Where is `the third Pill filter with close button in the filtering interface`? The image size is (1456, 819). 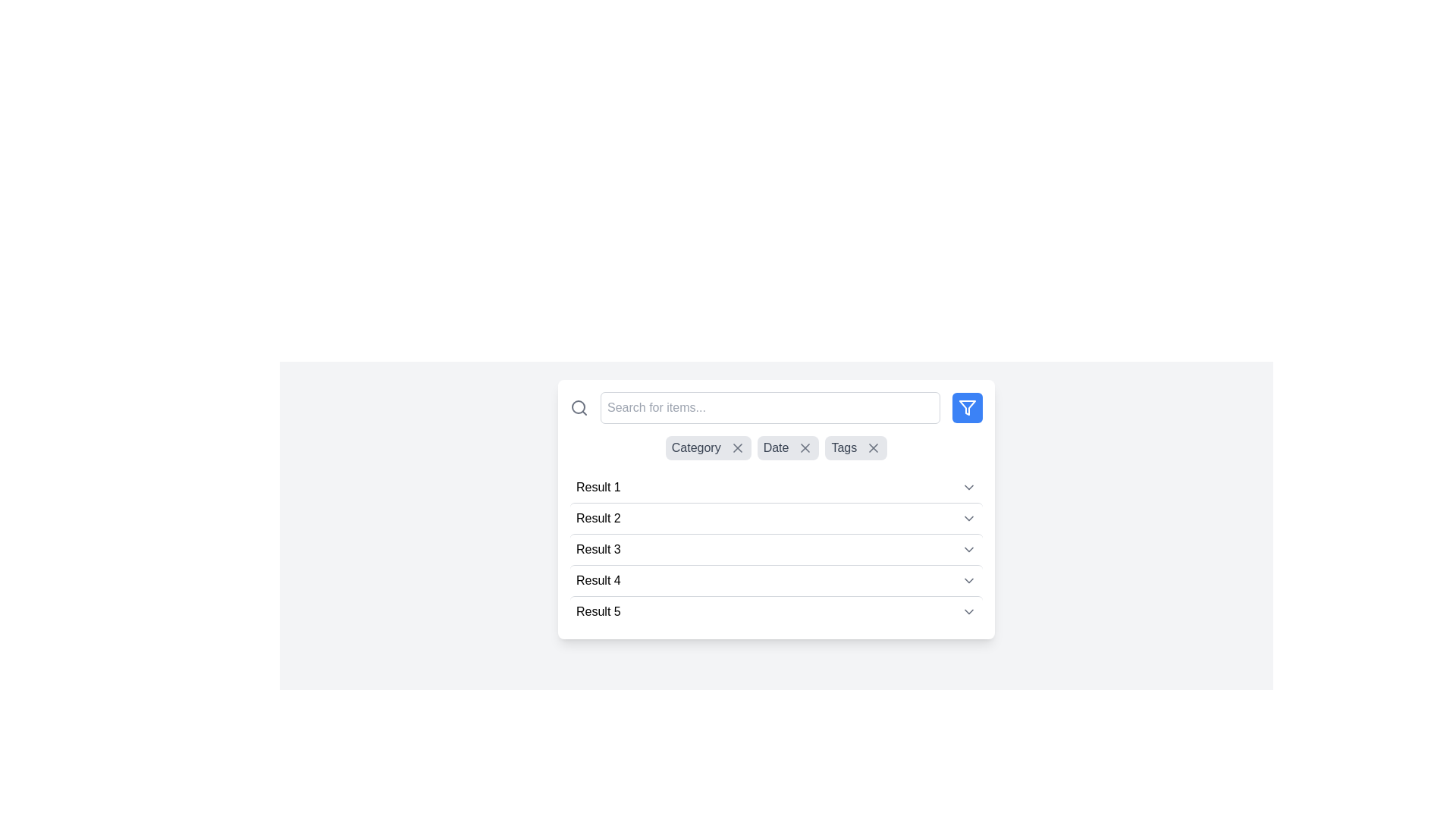
the third Pill filter with close button in the filtering interface is located at coordinates (856, 447).